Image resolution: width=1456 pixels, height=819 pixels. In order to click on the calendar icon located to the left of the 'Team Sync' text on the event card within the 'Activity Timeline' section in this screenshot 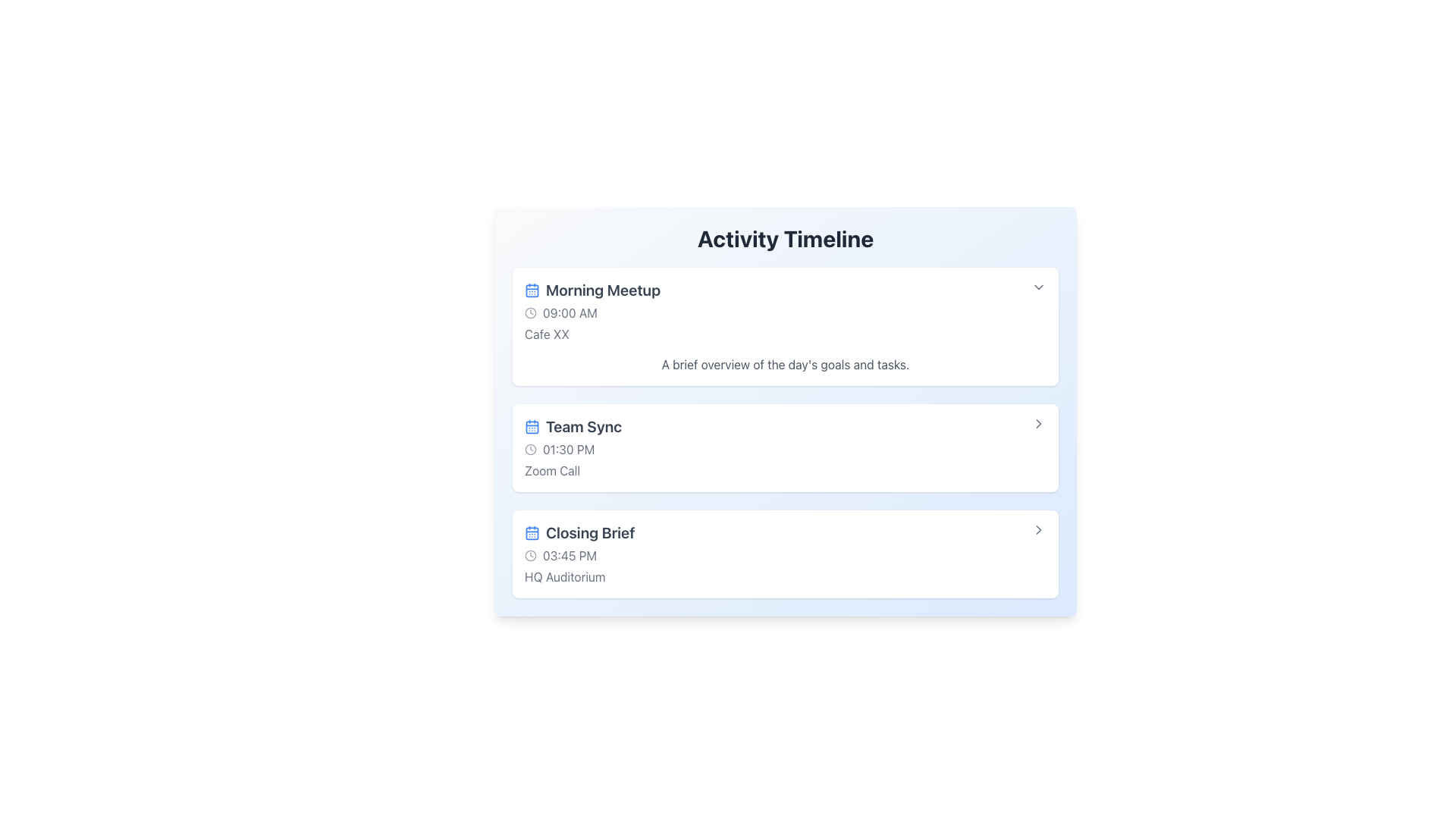, I will do `click(532, 427)`.